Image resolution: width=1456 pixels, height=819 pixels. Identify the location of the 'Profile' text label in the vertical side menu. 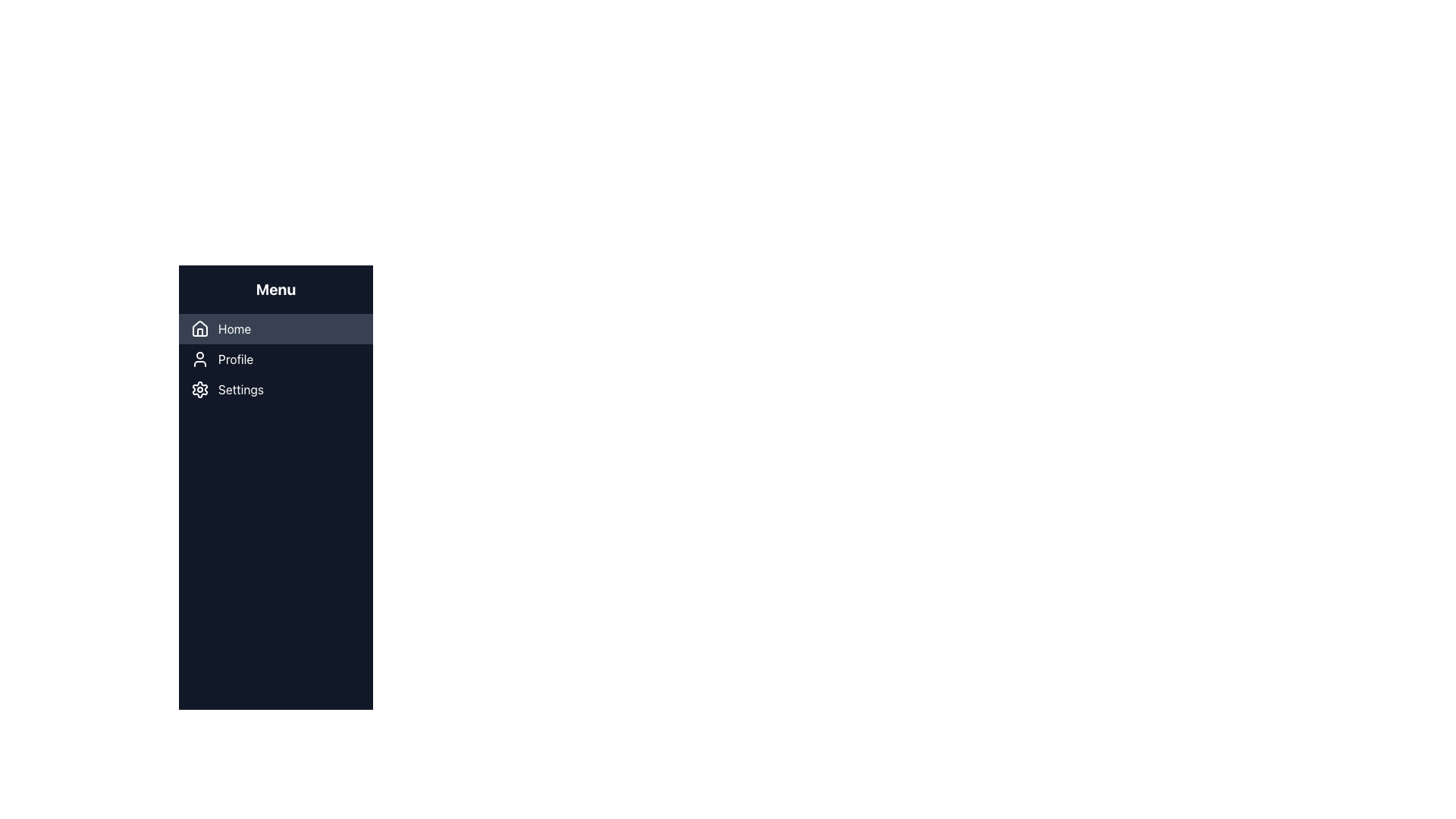
(235, 359).